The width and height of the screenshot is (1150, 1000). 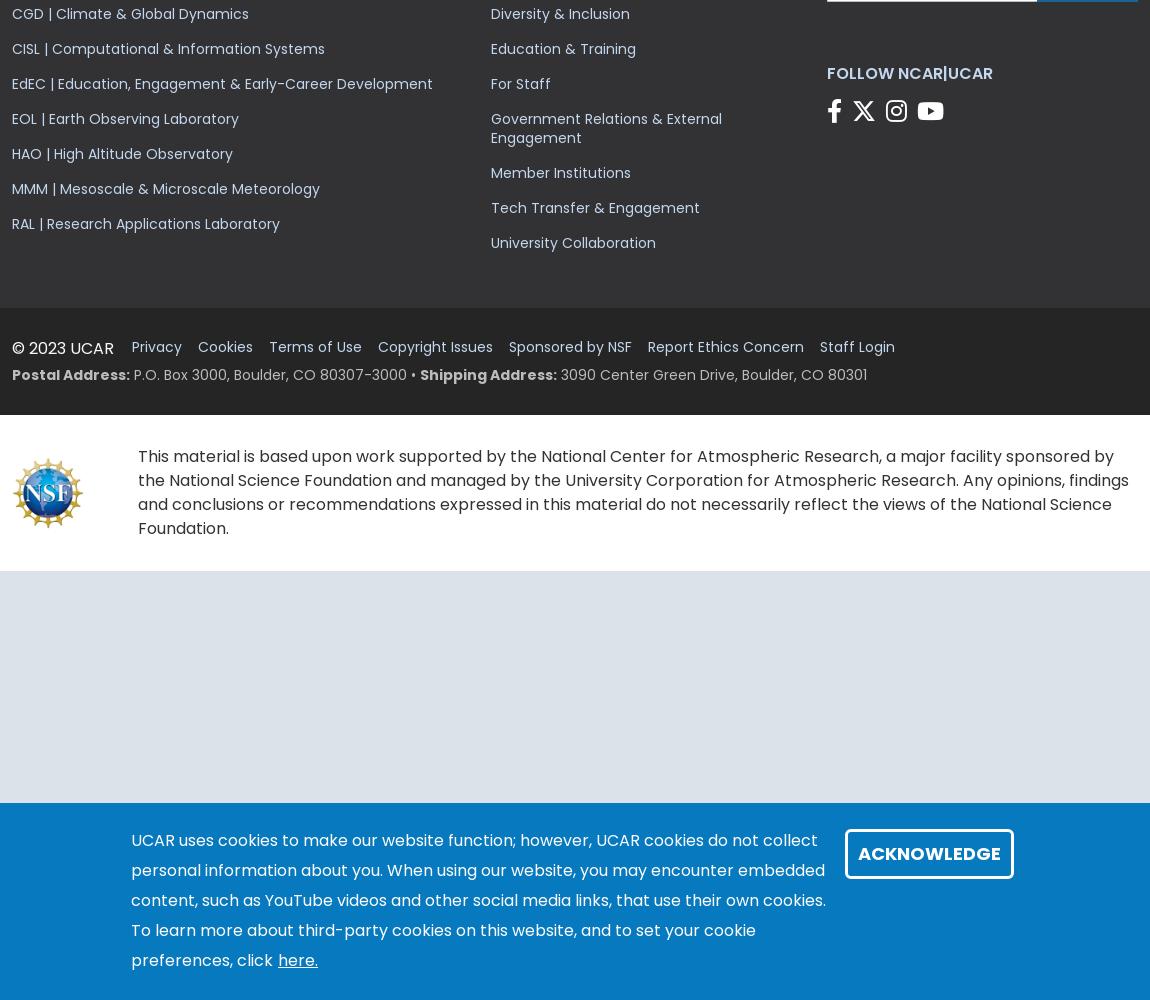 What do you see at coordinates (563, 49) in the screenshot?
I see `'Education & Training'` at bounding box center [563, 49].